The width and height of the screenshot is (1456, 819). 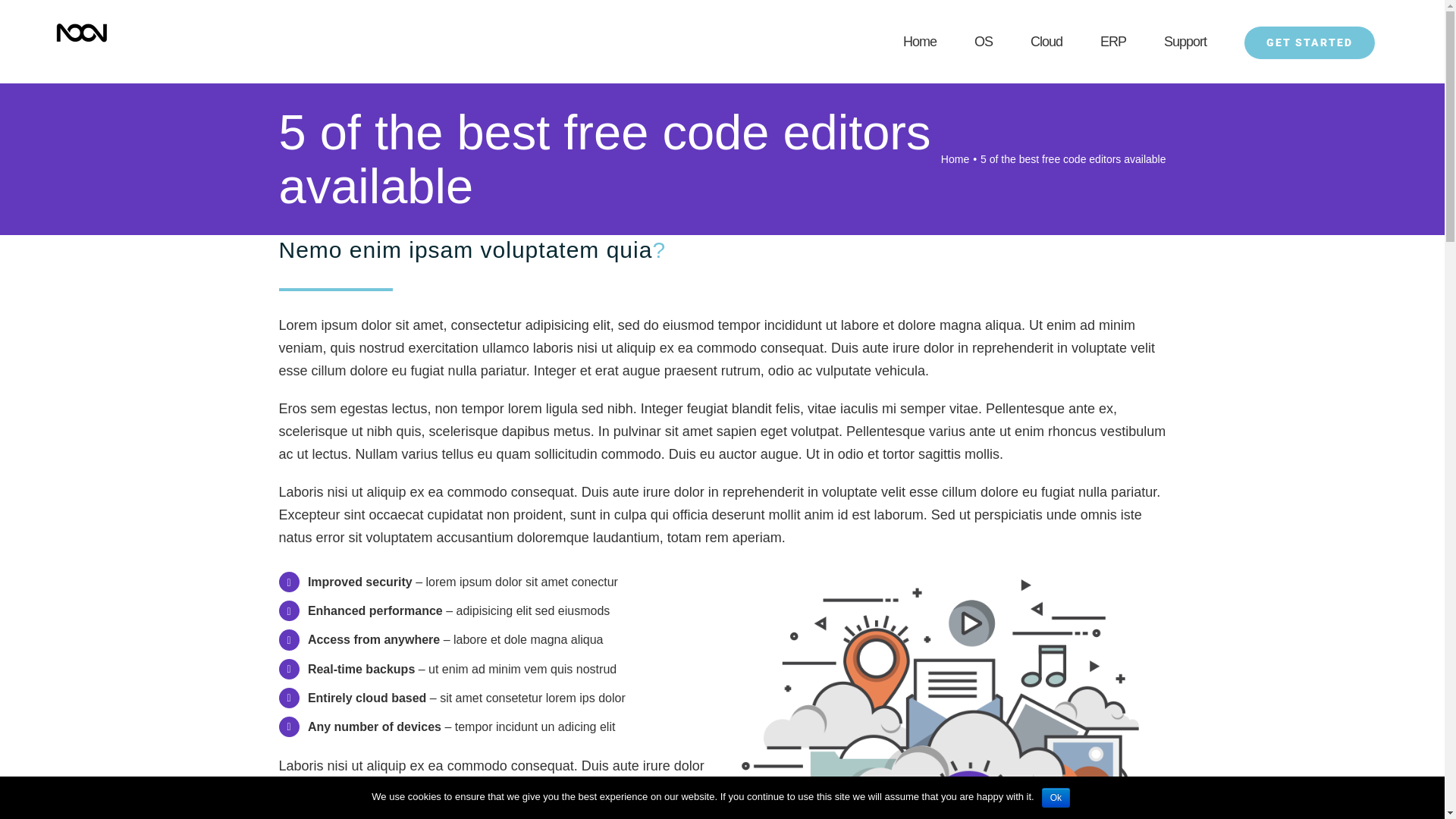 What do you see at coordinates (1046, 40) in the screenshot?
I see `'Cloud'` at bounding box center [1046, 40].